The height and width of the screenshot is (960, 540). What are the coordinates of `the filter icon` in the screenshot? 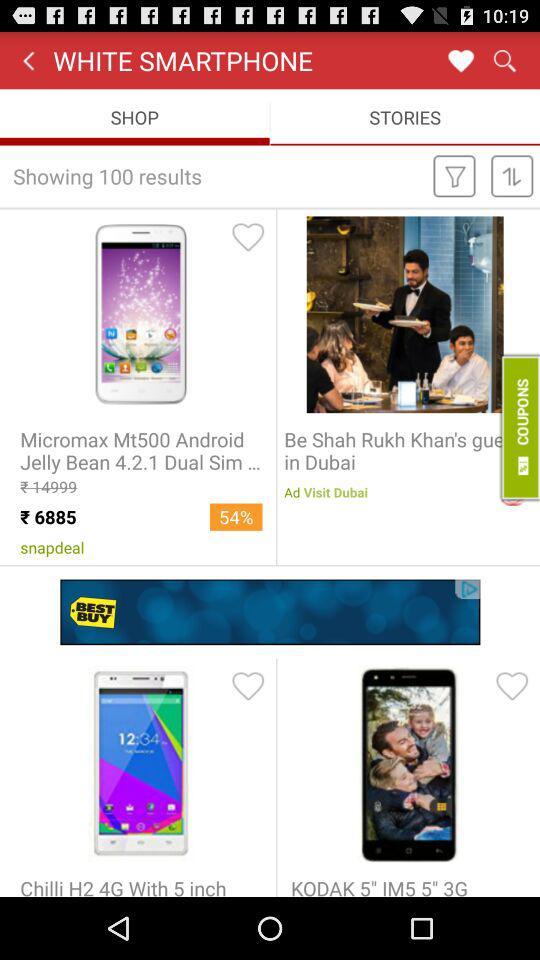 It's located at (454, 188).